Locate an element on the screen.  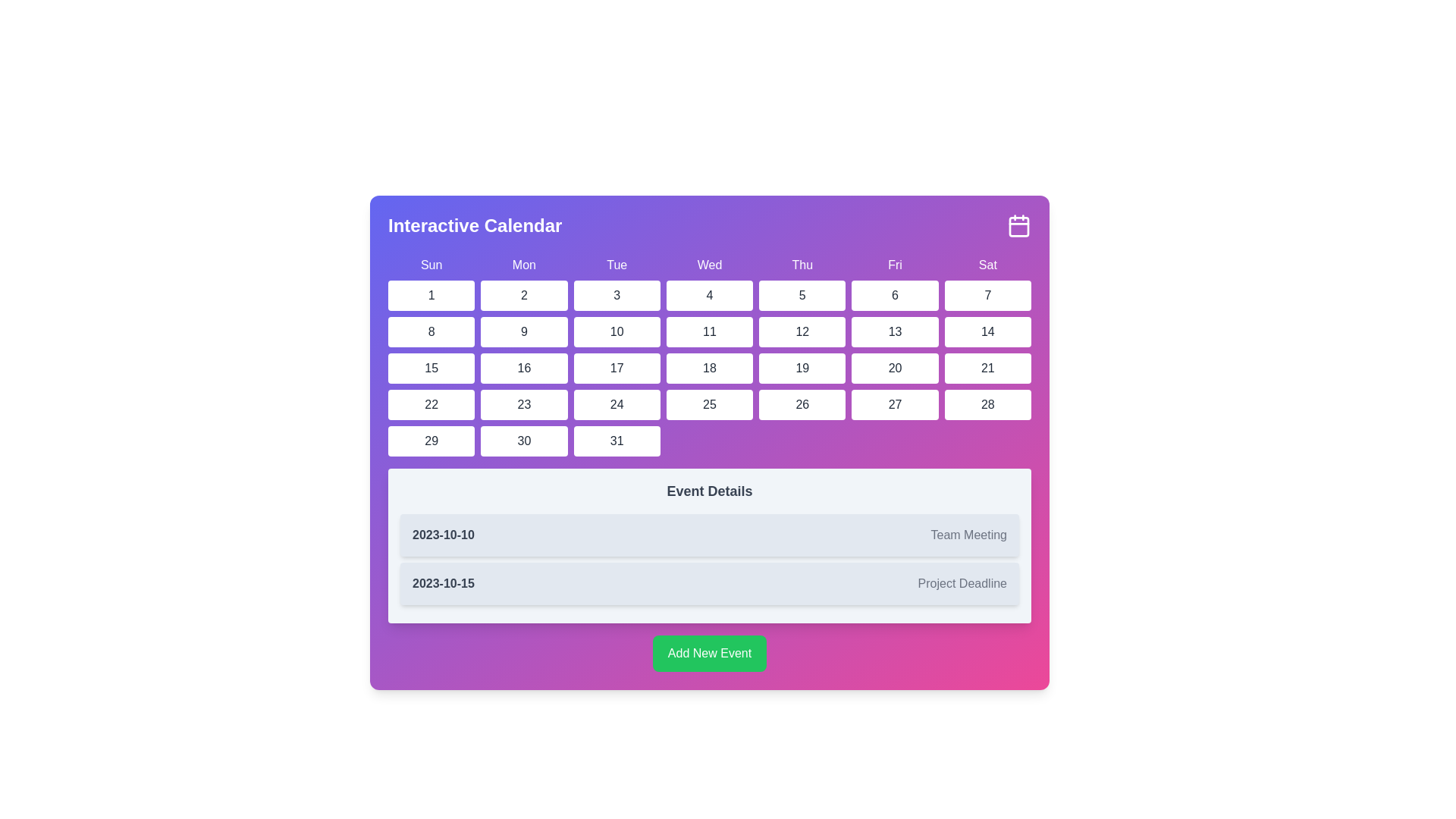
the rectangular button displaying '24' in dark gray text, located in the fourth row and third column of the calendar grid layout, to visually highlight it is located at coordinates (617, 403).